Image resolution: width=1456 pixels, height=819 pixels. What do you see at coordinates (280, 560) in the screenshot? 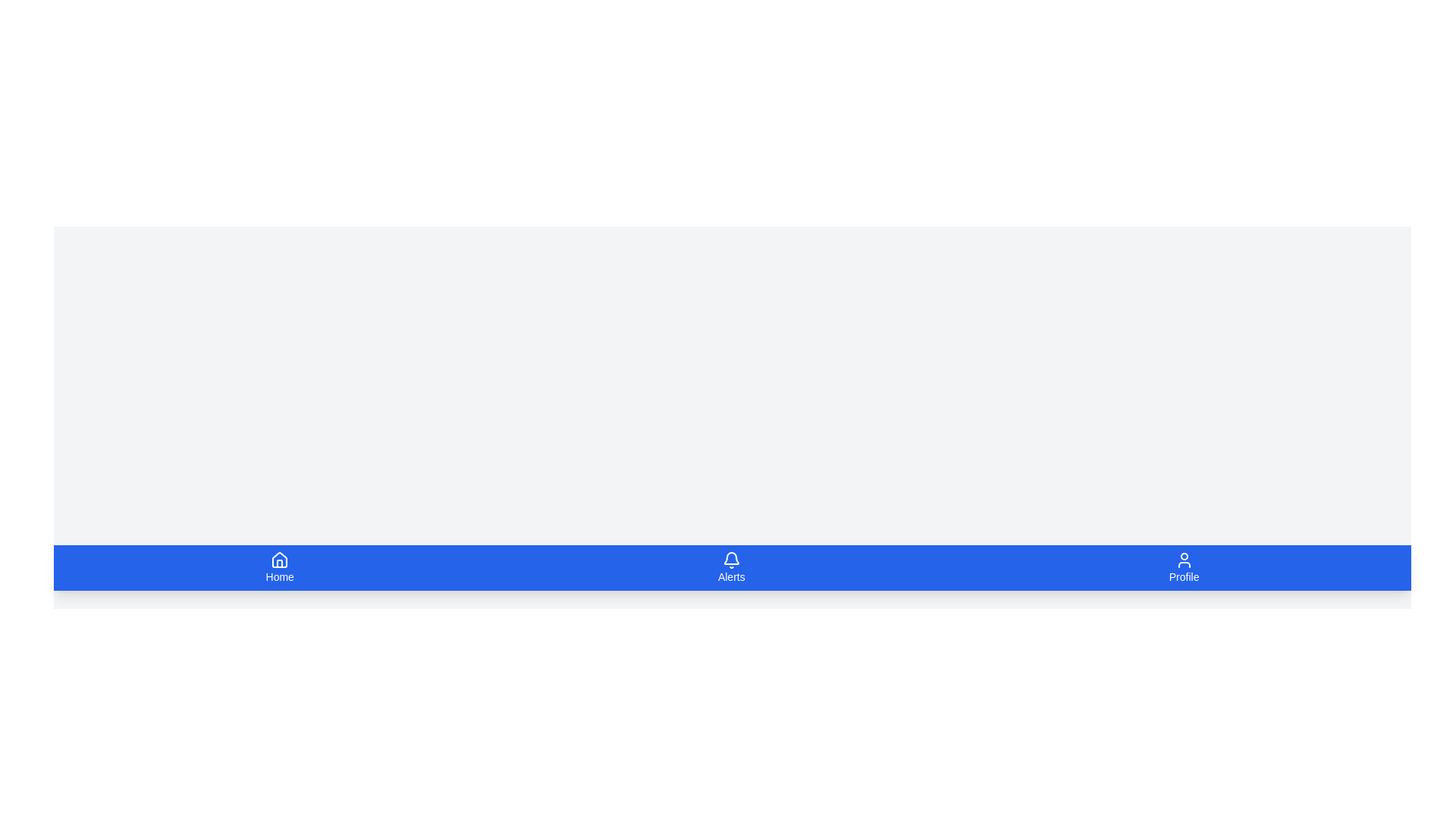
I see `the house icon in the bottom navigation bar` at bounding box center [280, 560].